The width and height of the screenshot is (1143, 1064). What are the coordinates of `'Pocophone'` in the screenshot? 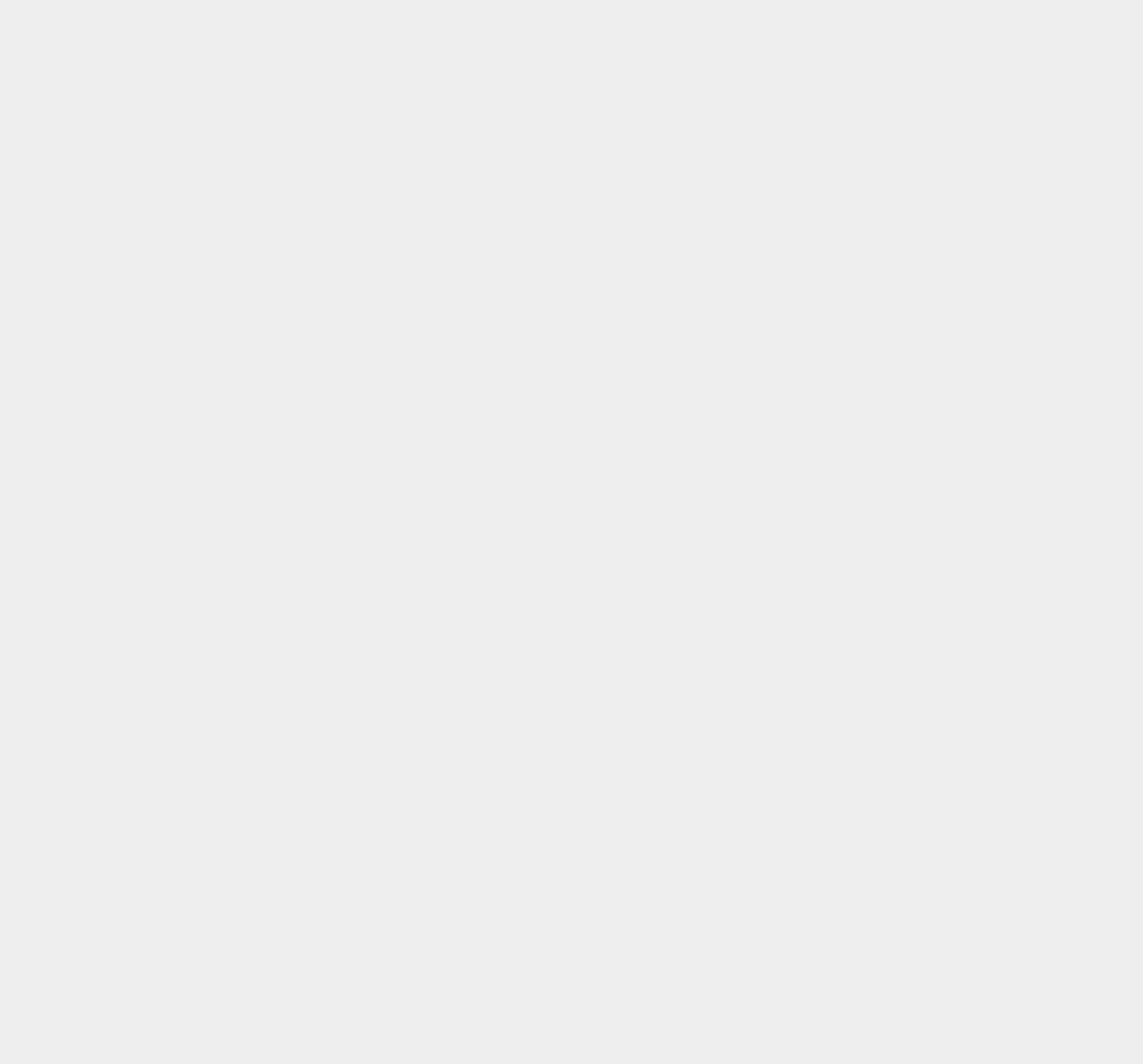 It's located at (842, 232).